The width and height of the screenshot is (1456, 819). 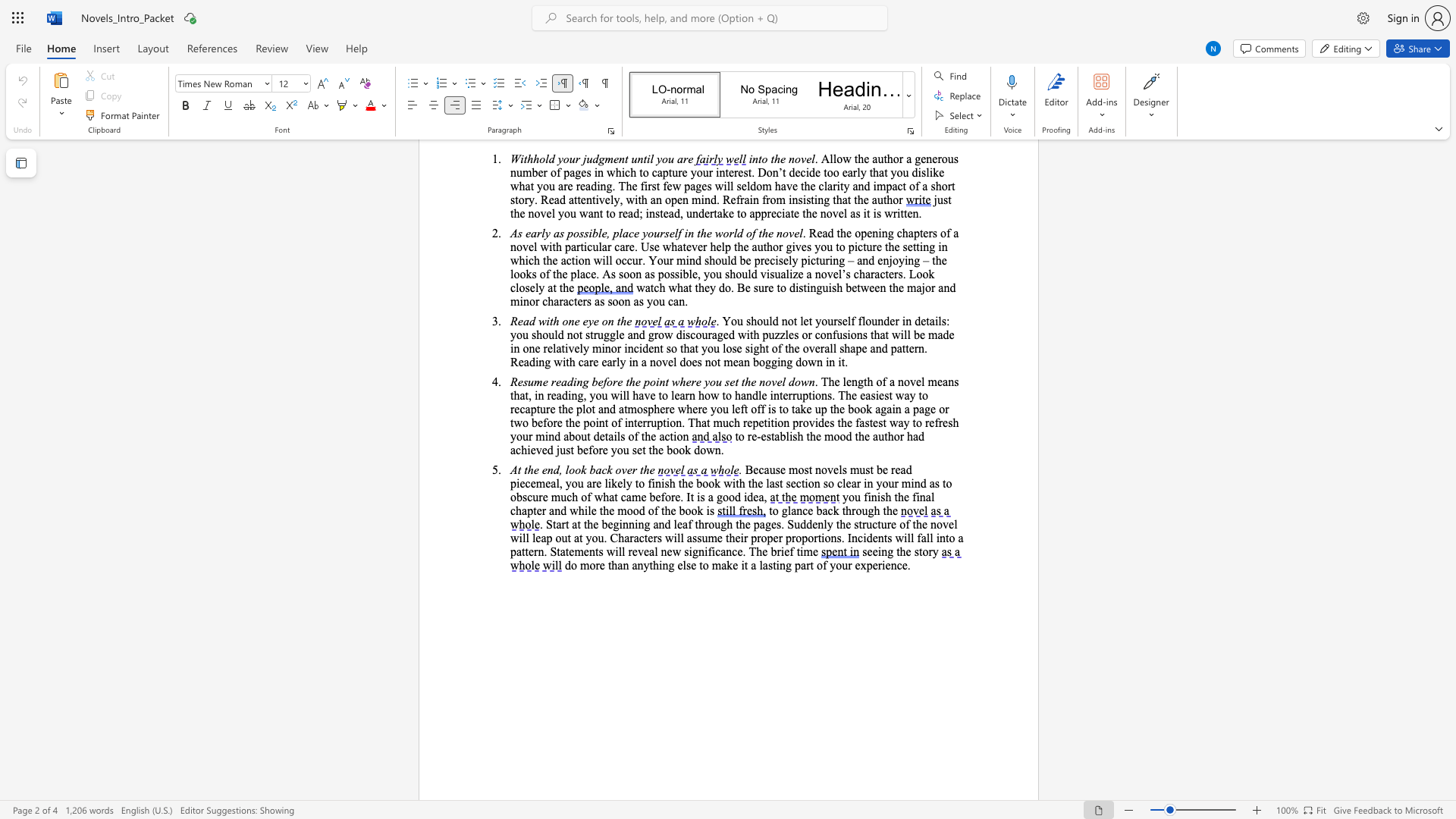 What do you see at coordinates (885, 497) in the screenshot?
I see `the subset text "h th" within the text "you finish the"` at bounding box center [885, 497].